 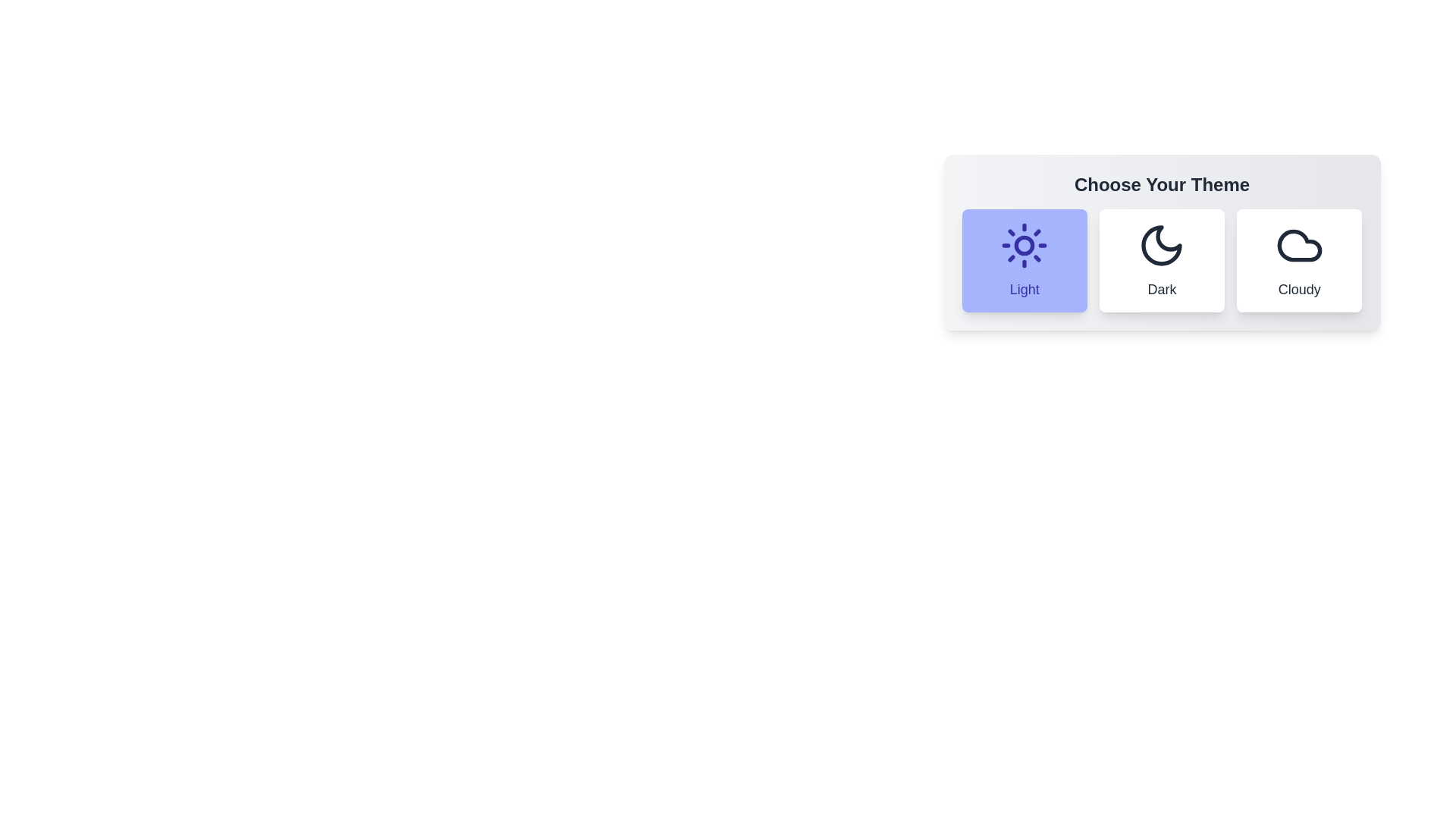 I want to click on the theme selection button labeled for the light theme located beneath the 'Choose Your Theme' heading, so click(x=1024, y=259).